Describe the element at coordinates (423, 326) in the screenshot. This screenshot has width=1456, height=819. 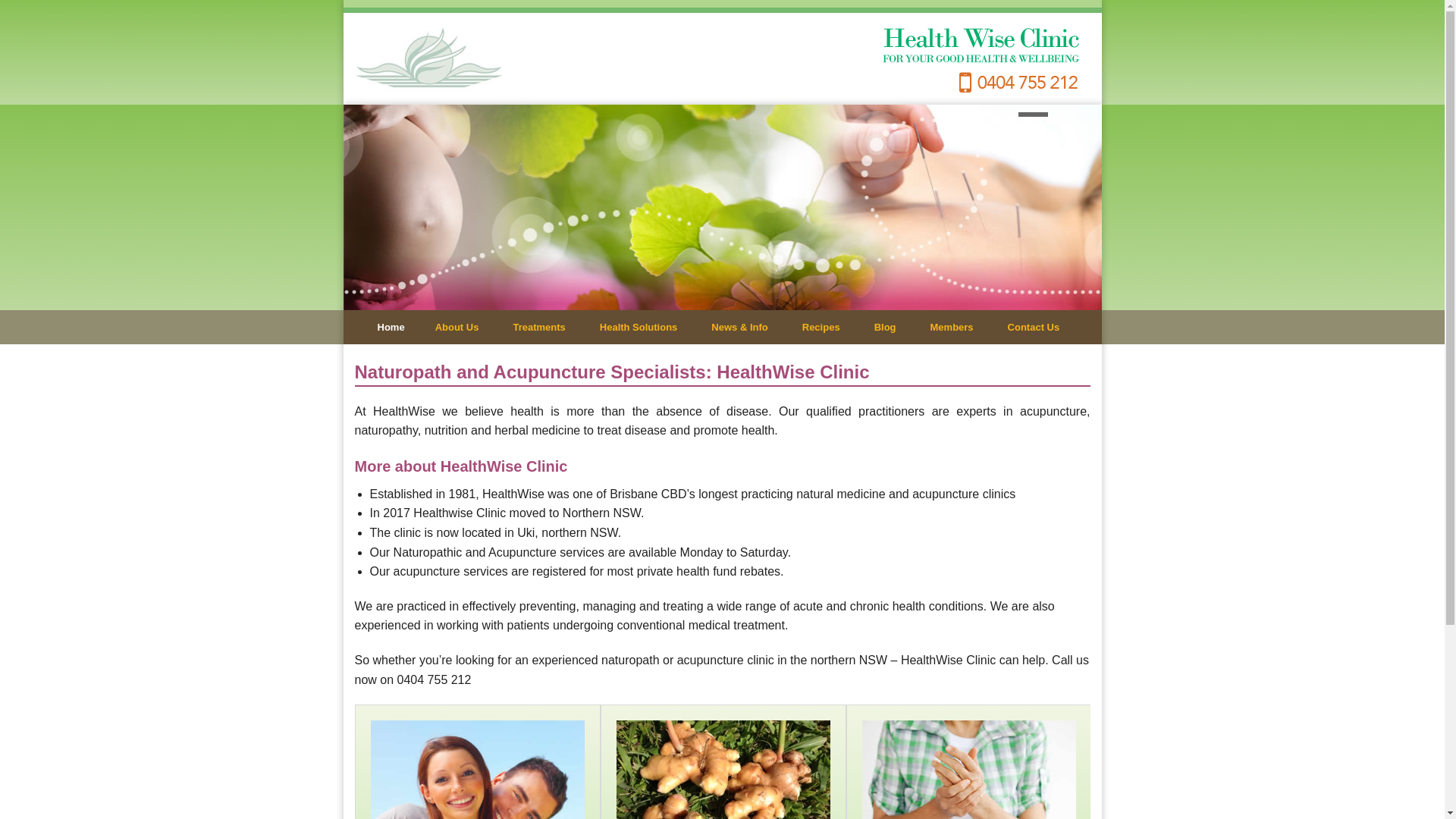
I see `'About Us'` at that location.